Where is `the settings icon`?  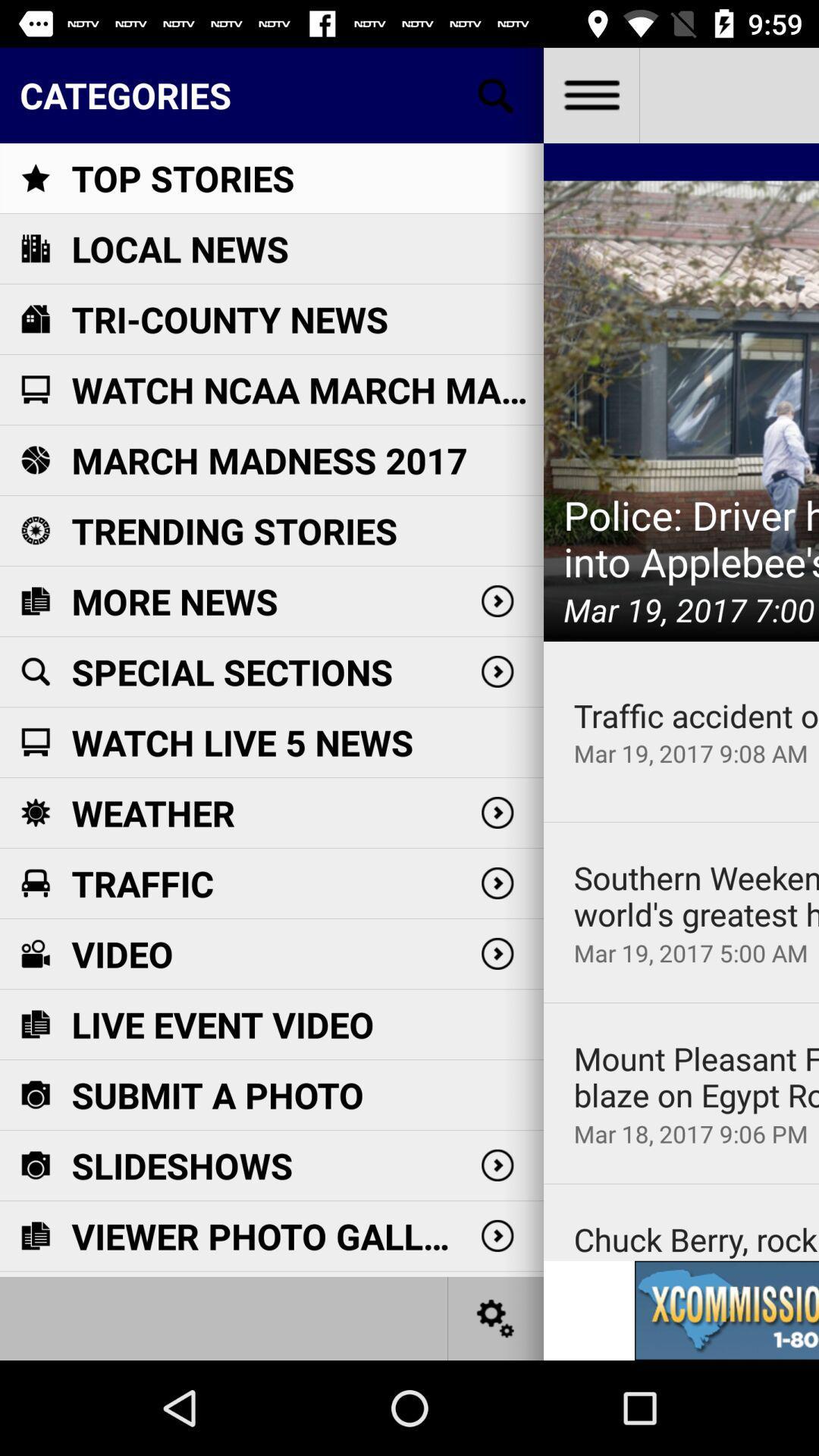
the settings icon is located at coordinates (496, 1317).